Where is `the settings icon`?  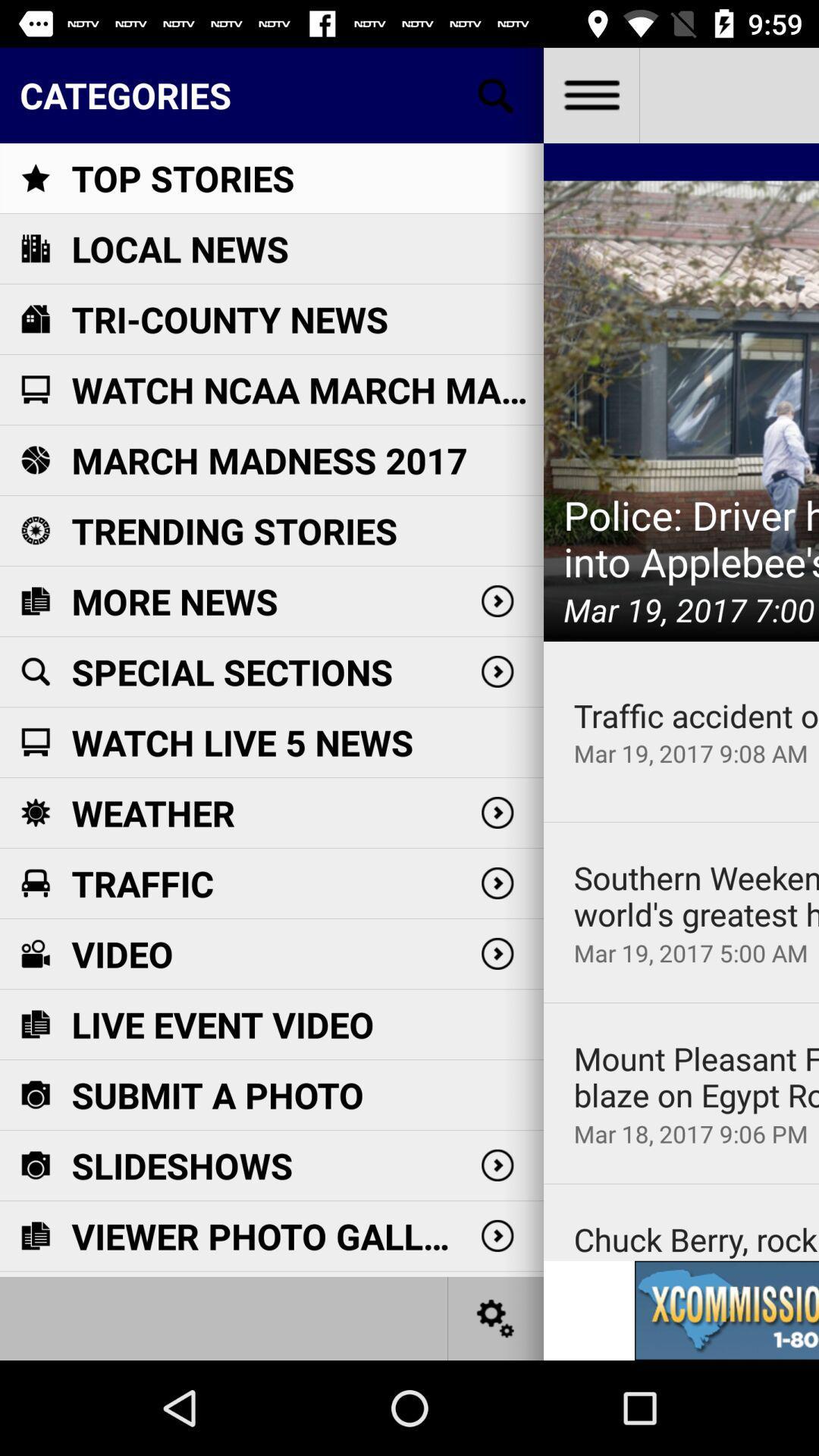
the settings icon is located at coordinates (496, 1317).